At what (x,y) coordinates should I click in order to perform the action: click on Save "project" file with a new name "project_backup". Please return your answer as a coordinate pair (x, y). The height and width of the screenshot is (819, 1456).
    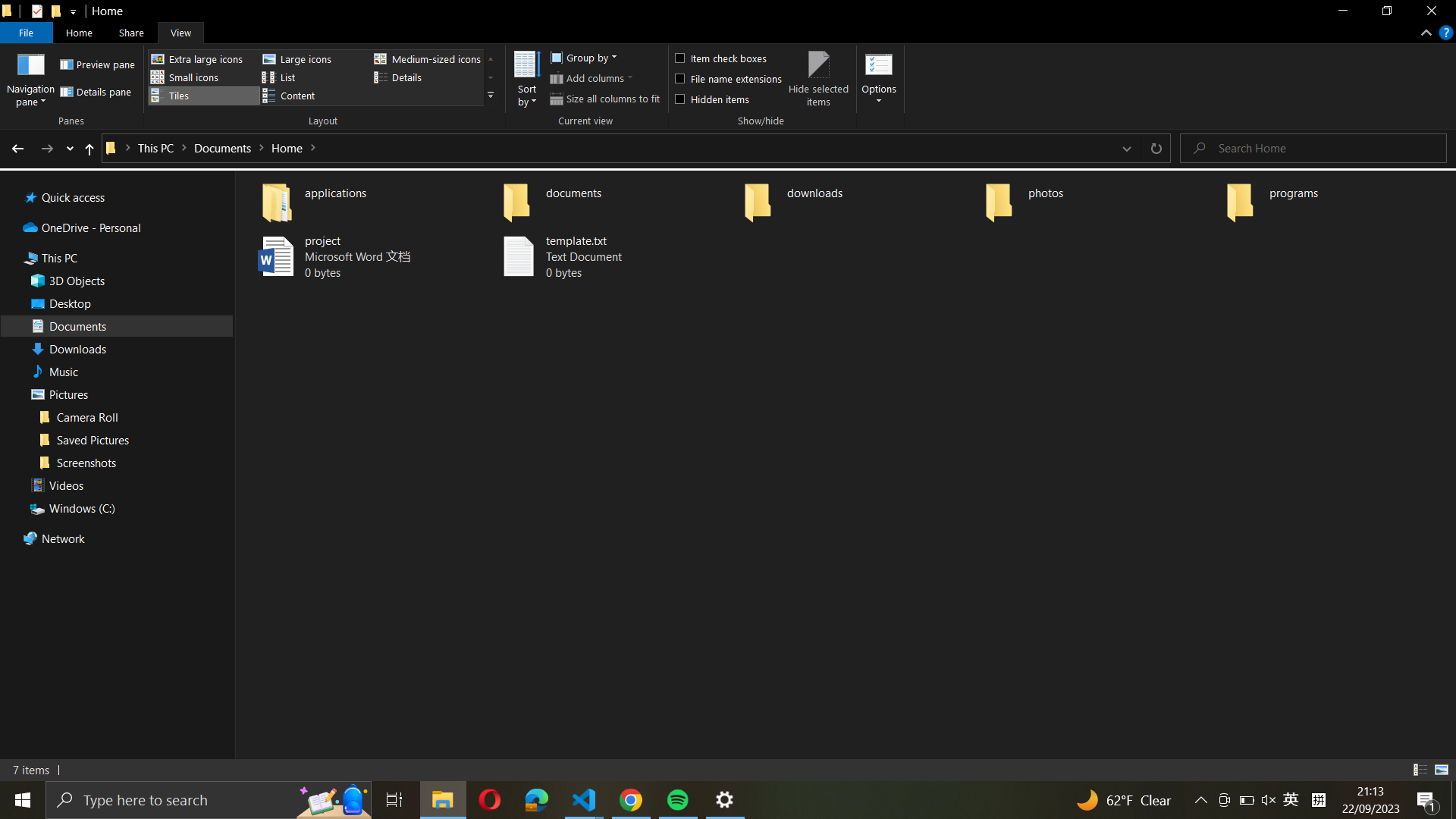
    Looking at the image, I should click on (361, 256).